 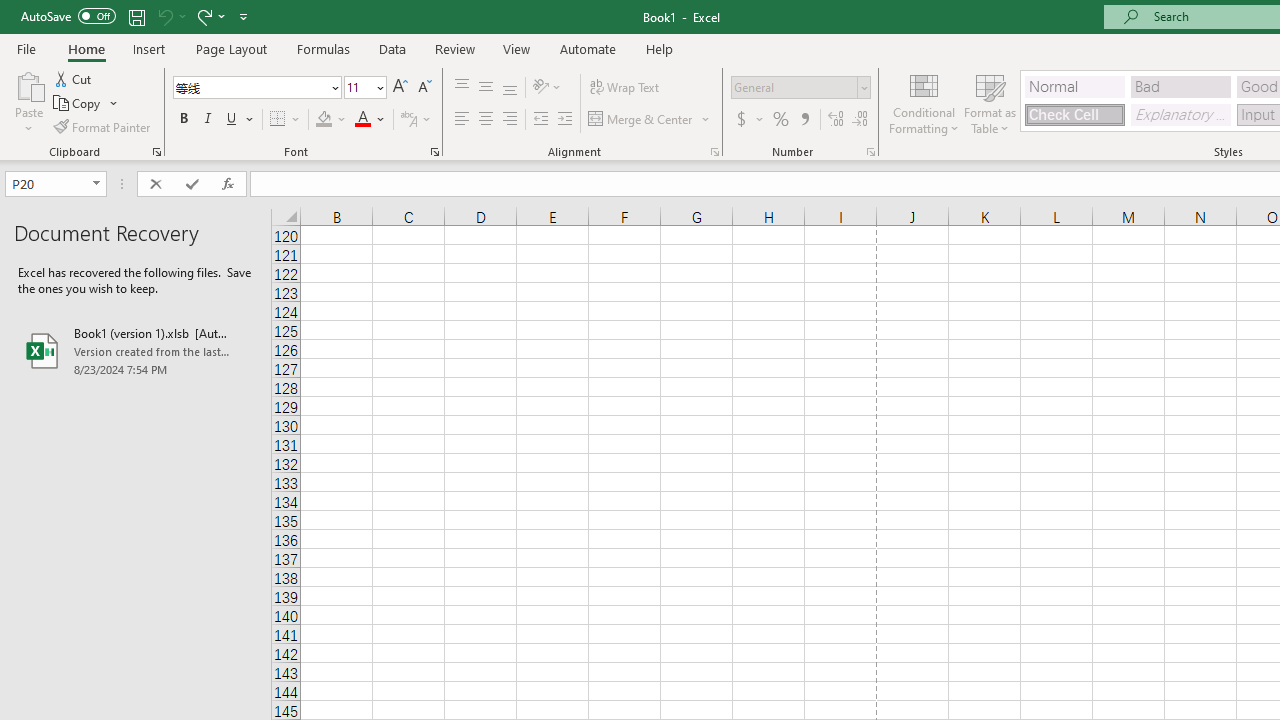 What do you see at coordinates (805, 119) in the screenshot?
I see `'Comma Style'` at bounding box center [805, 119].